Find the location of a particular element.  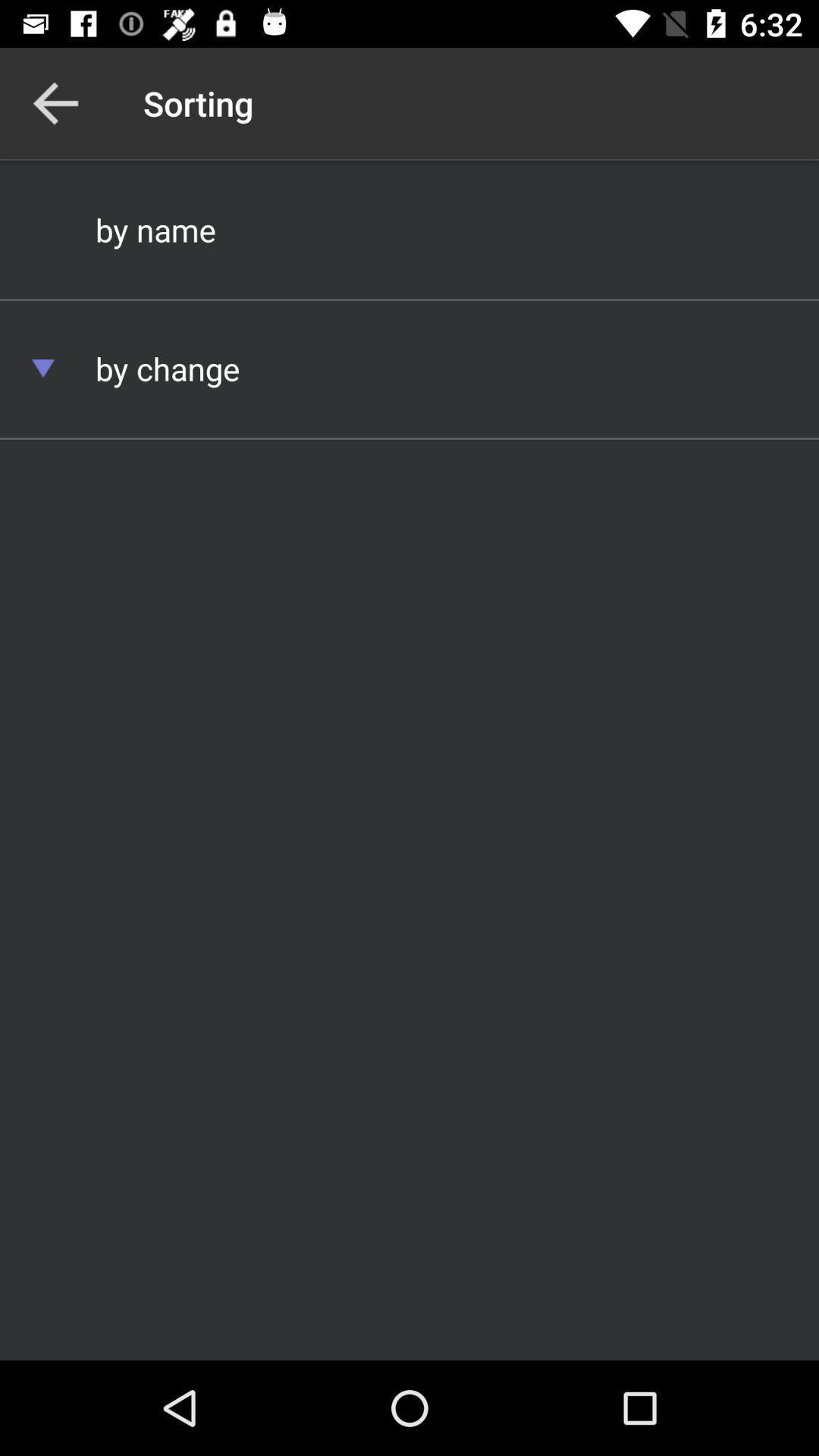

go back is located at coordinates (55, 102).